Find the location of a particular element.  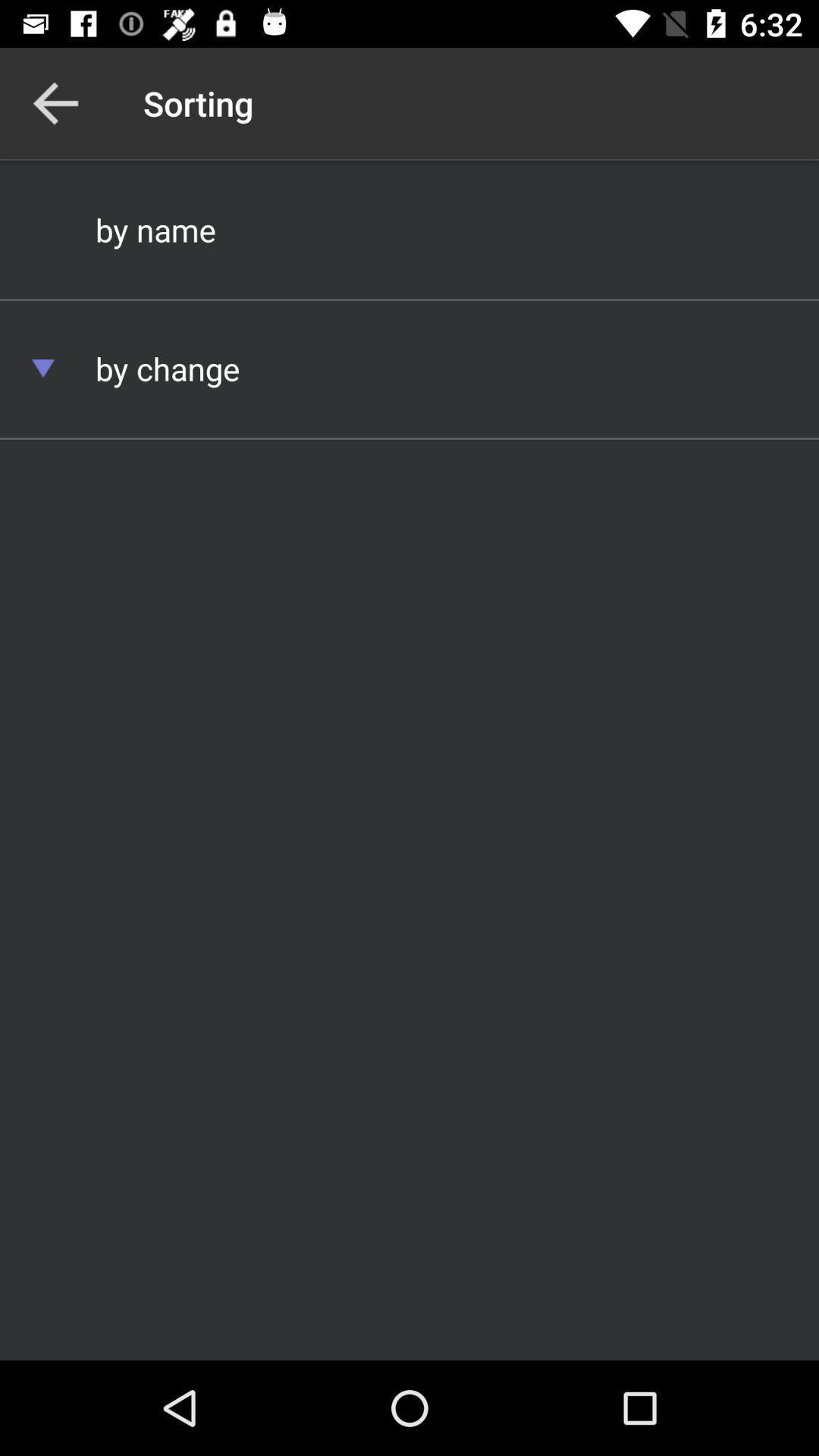

go back is located at coordinates (55, 102).